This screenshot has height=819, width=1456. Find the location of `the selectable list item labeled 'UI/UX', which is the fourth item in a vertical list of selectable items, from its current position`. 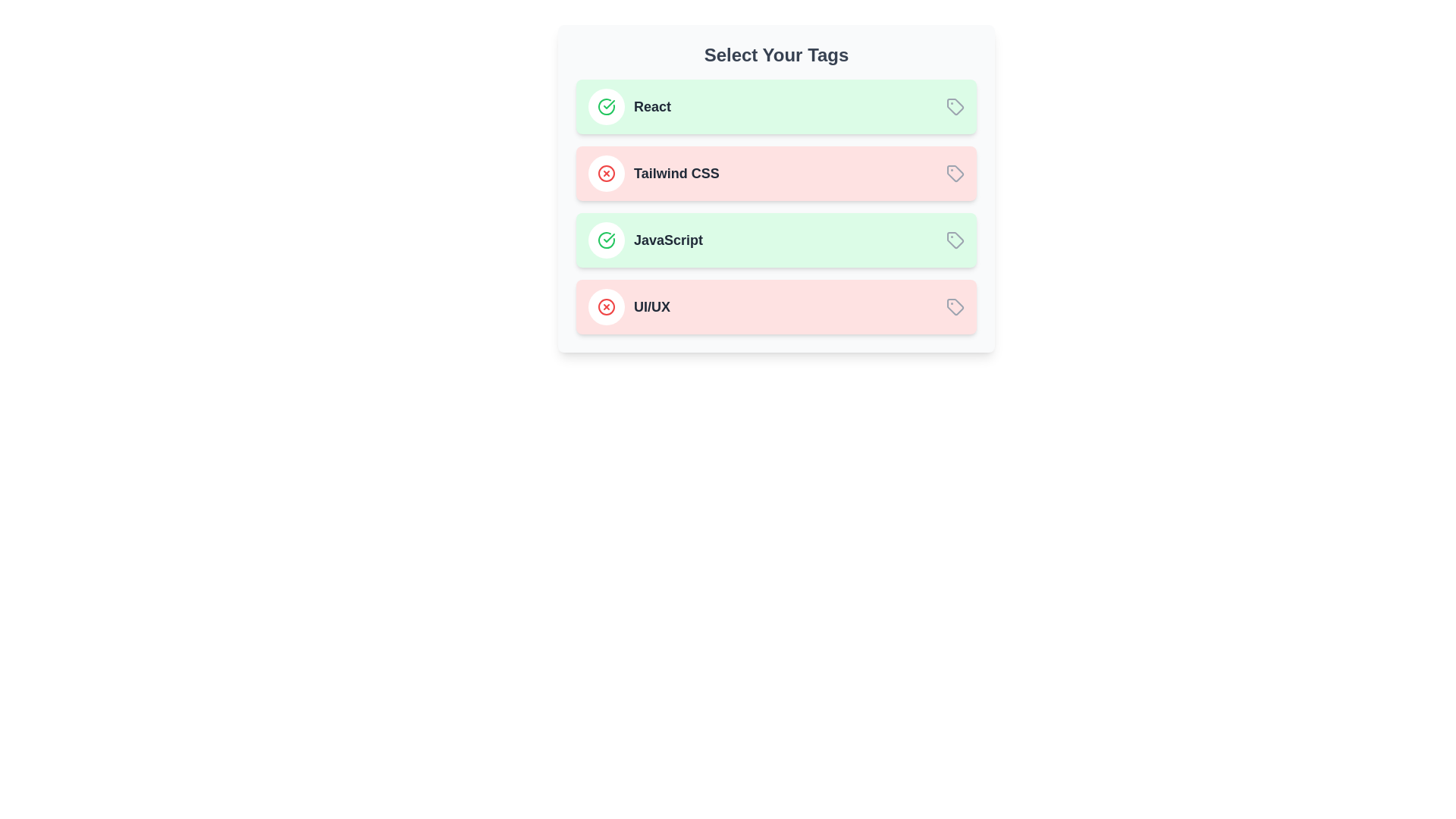

the selectable list item labeled 'UI/UX', which is the fourth item in a vertical list of selectable items, from its current position is located at coordinates (776, 307).